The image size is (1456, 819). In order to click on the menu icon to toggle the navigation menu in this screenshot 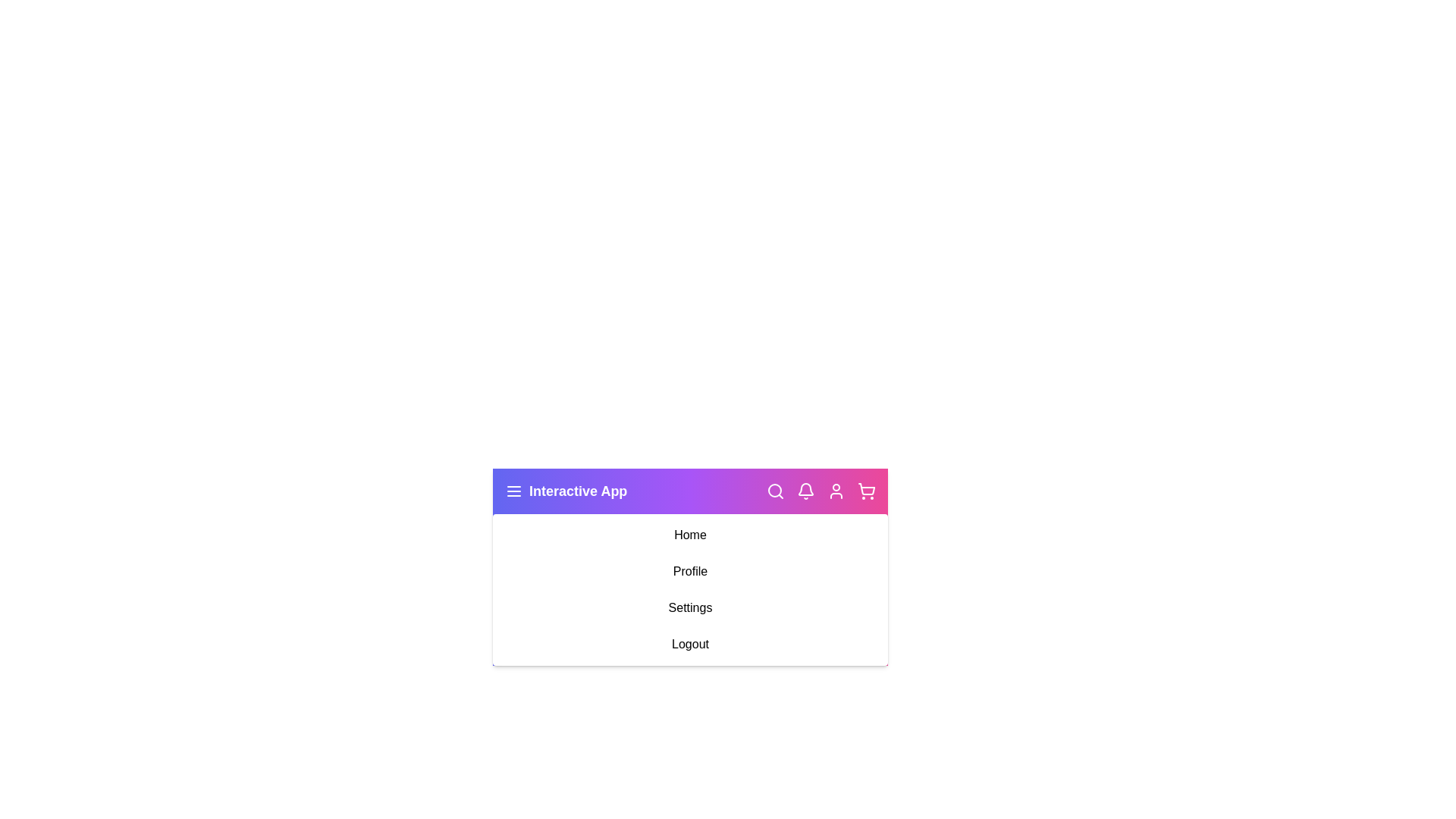, I will do `click(513, 491)`.